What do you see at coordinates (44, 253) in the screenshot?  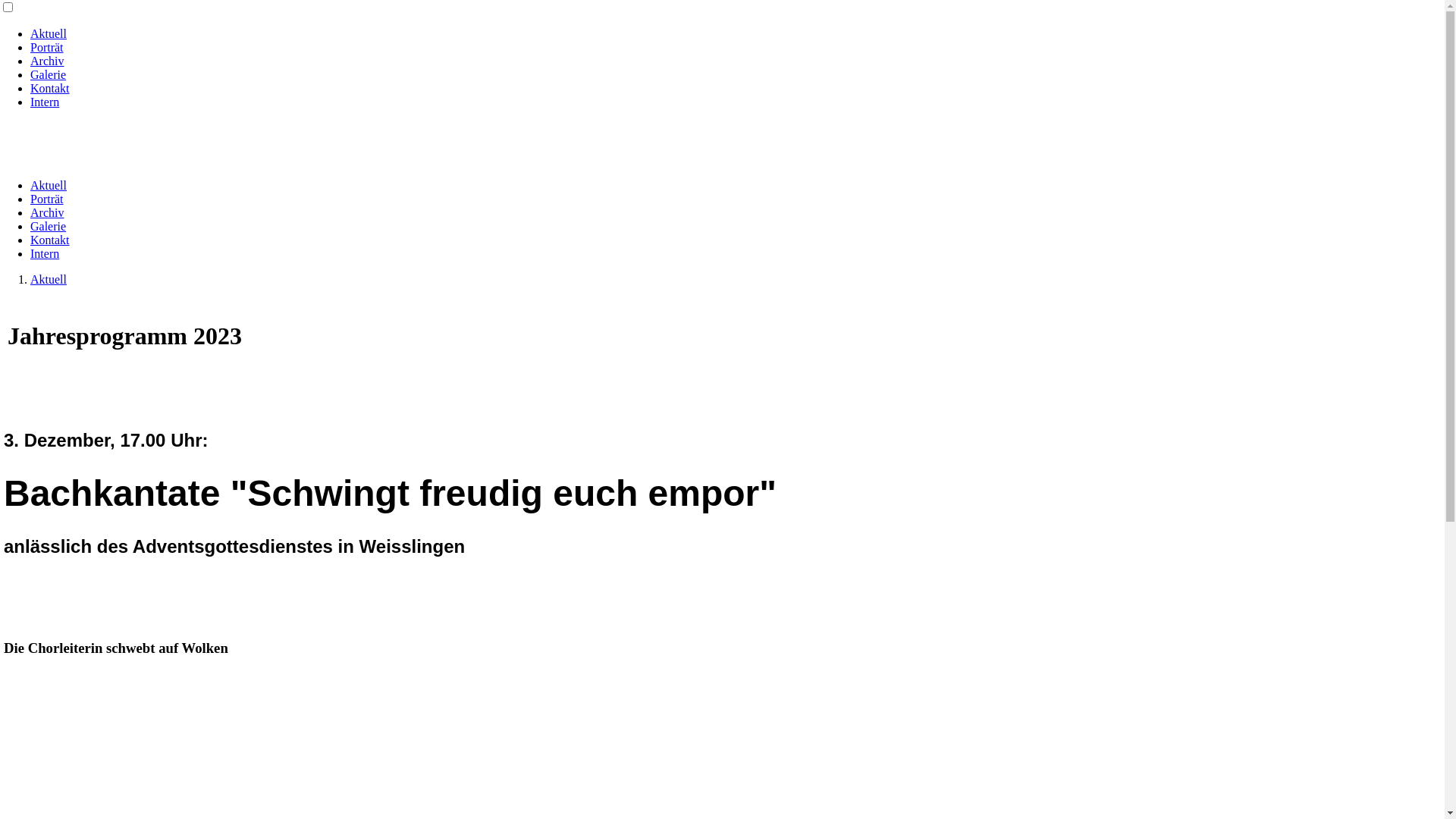 I see `'Intern'` at bounding box center [44, 253].